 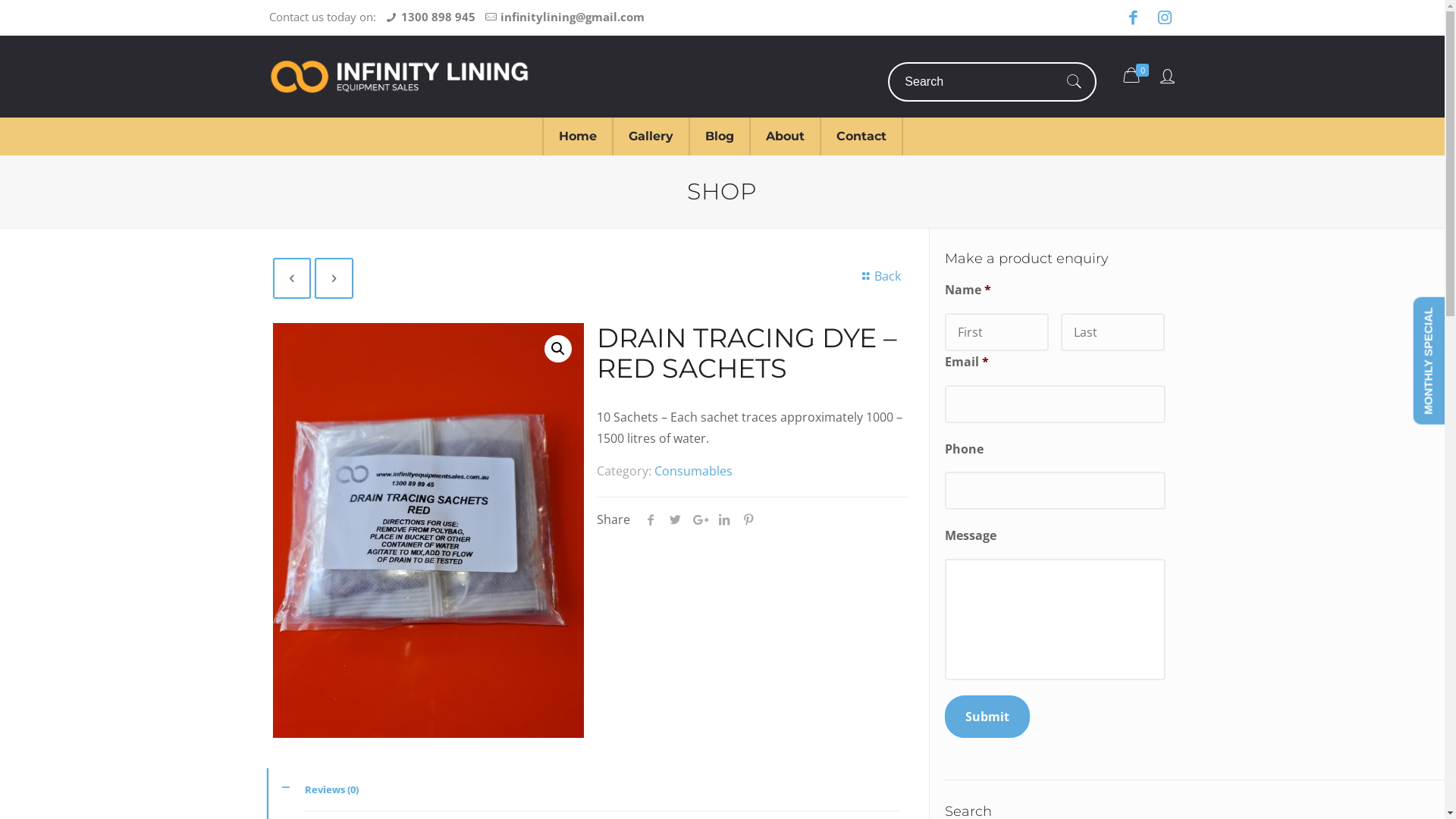 What do you see at coordinates (654, 470) in the screenshot?
I see `'Consumables'` at bounding box center [654, 470].